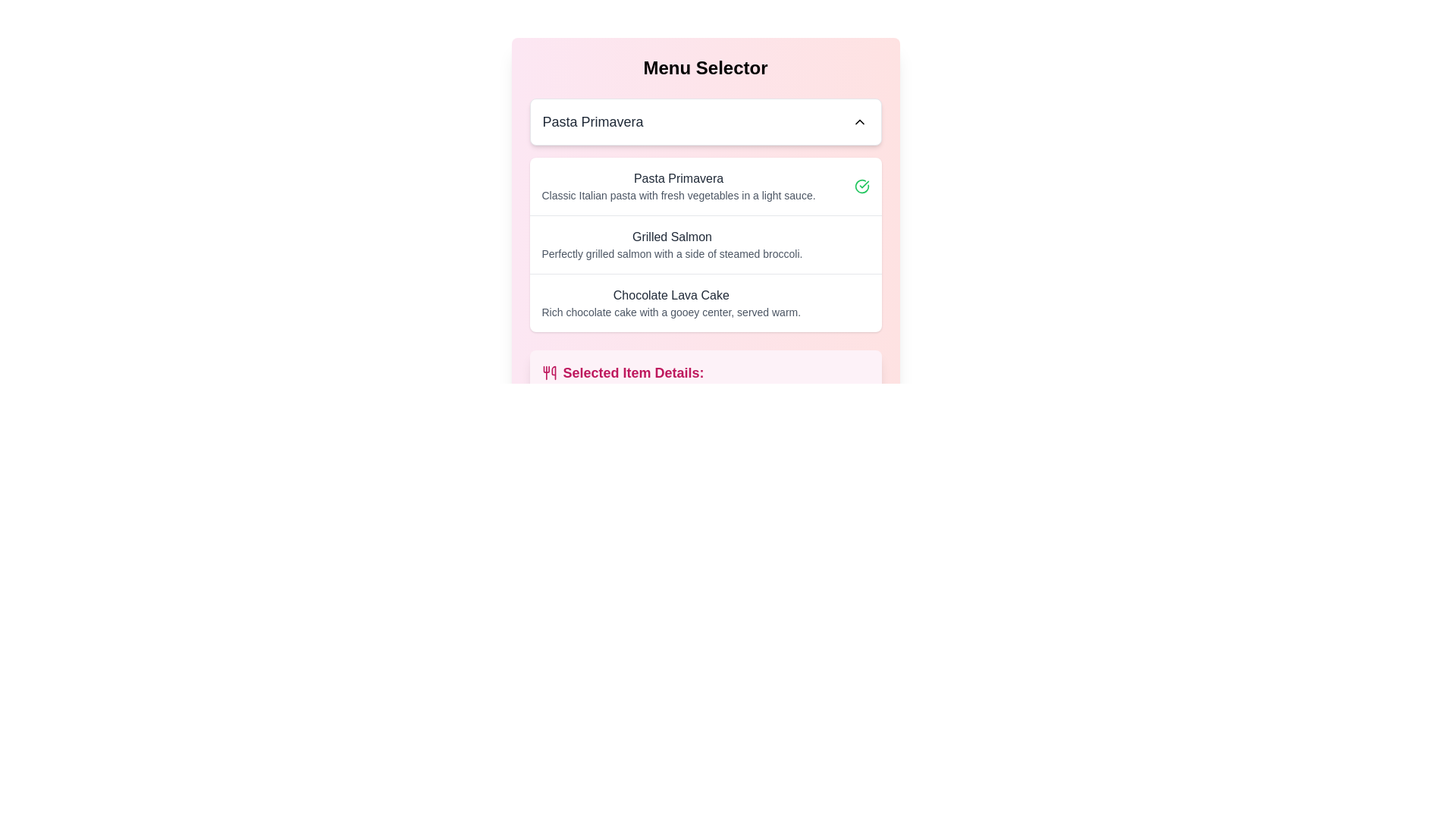  What do you see at coordinates (704, 303) in the screenshot?
I see `the third item in the 'Menu Selector' list, which is located below 'Grilled Salmon'` at bounding box center [704, 303].